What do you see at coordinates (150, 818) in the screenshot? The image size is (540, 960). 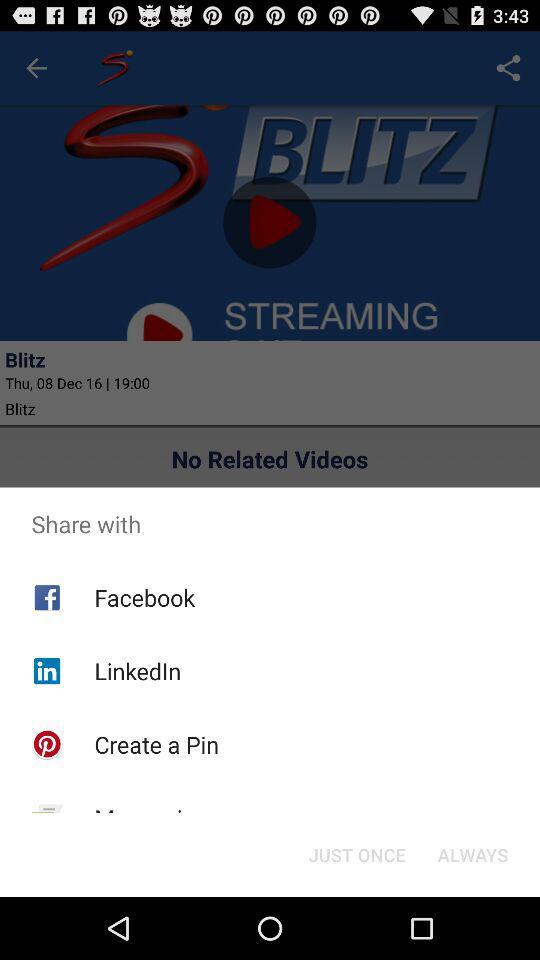 I see `the messaging app` at bounding box center [150, 818].